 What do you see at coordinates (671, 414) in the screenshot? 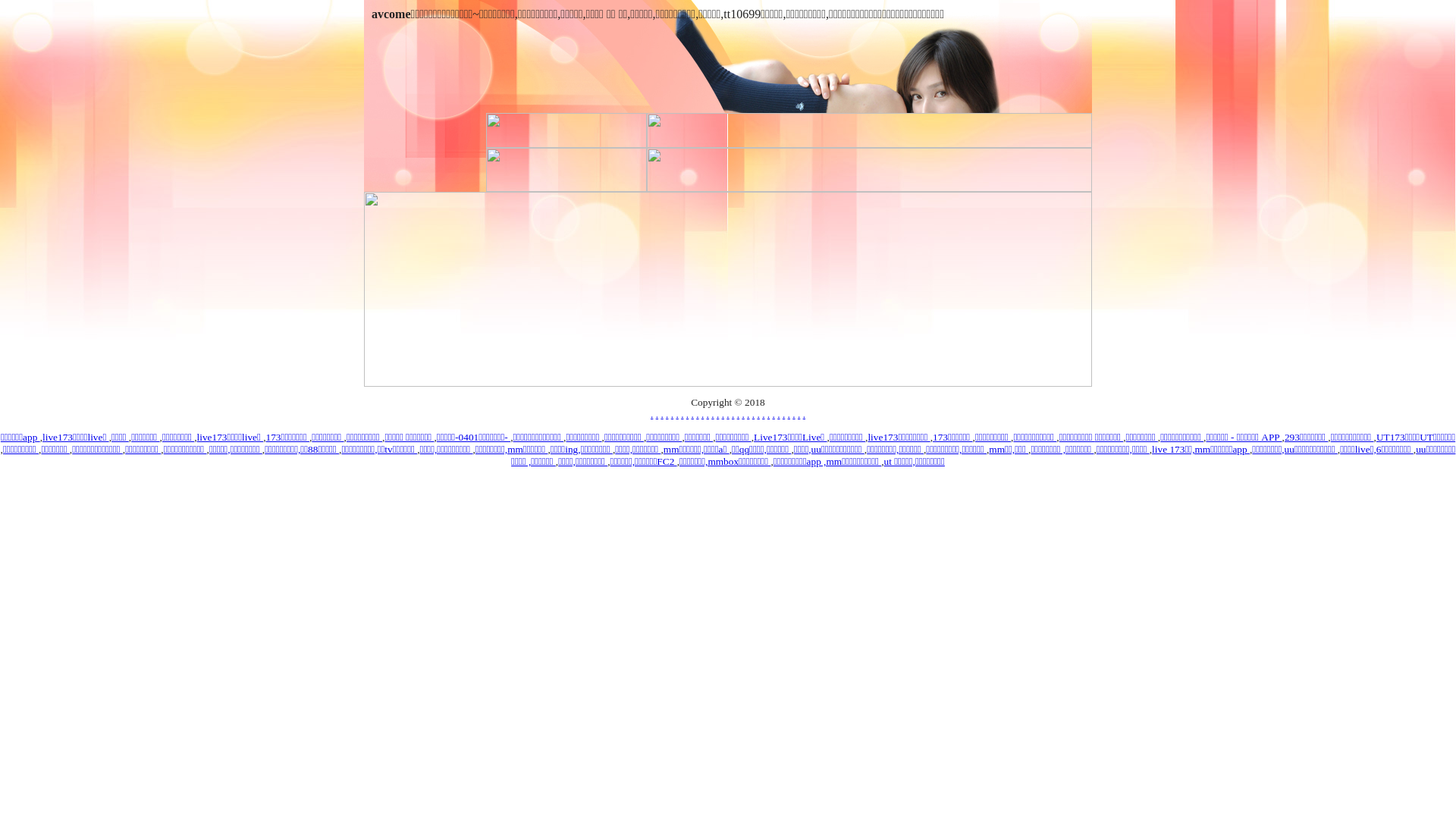
I see `'.'` at bounding box center [671, 414].